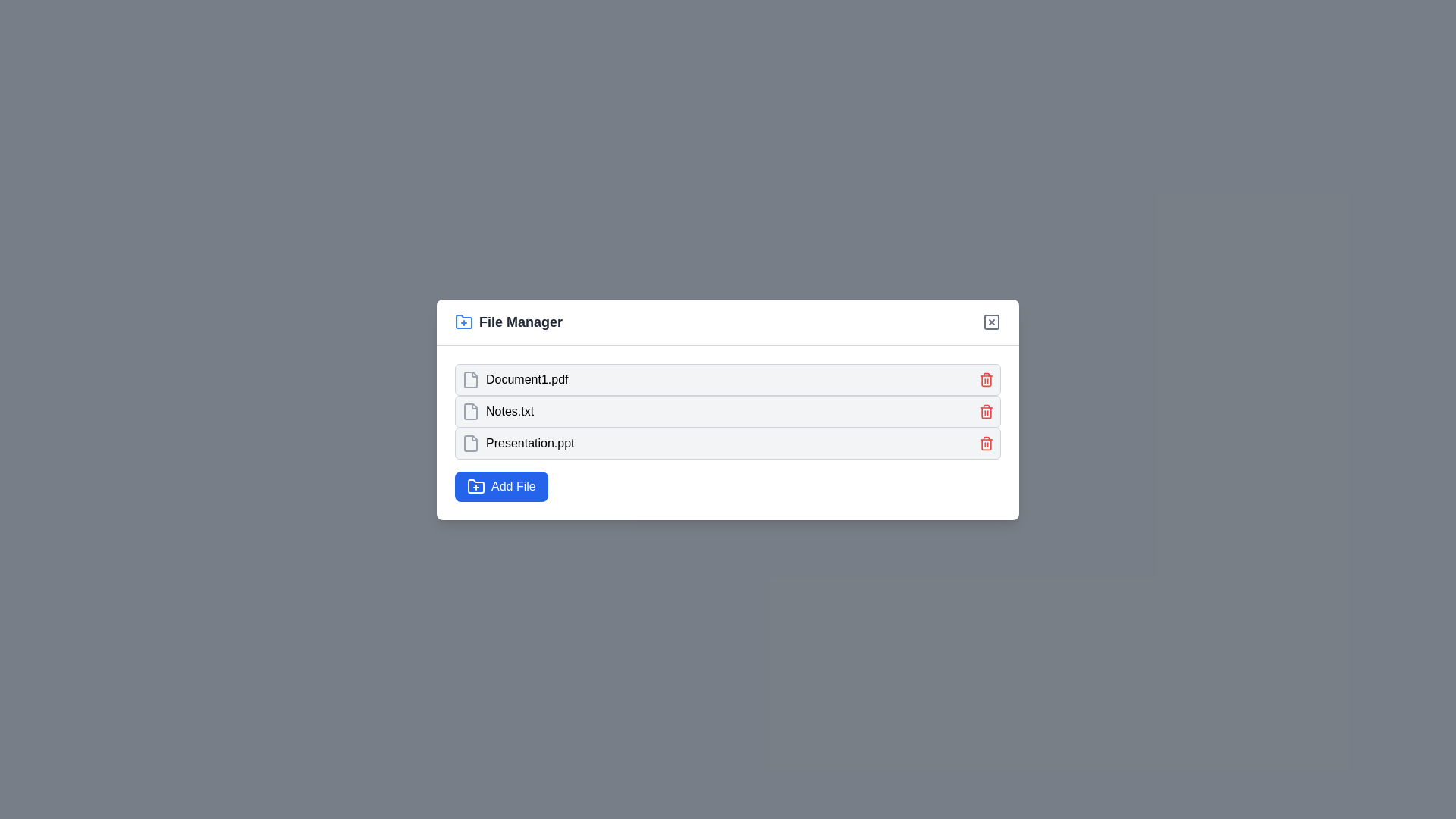 This screenshot has width=1456, height=819. I want to click on the blue 'Add File' button located at the bottom-left corner of the file manager interface, so click(513, 486).